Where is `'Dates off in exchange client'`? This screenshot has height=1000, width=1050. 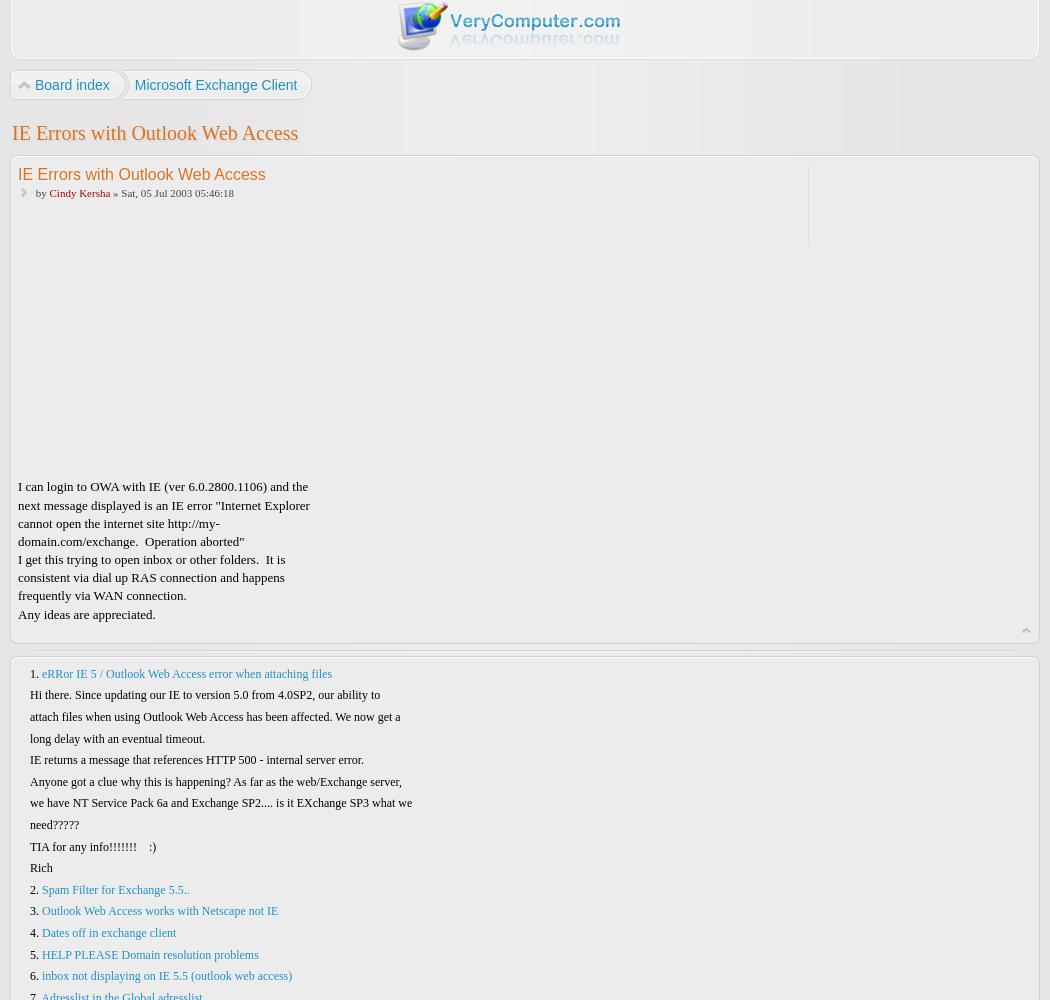
'Dates off in exchange client' is located at coordinates (108, 932).